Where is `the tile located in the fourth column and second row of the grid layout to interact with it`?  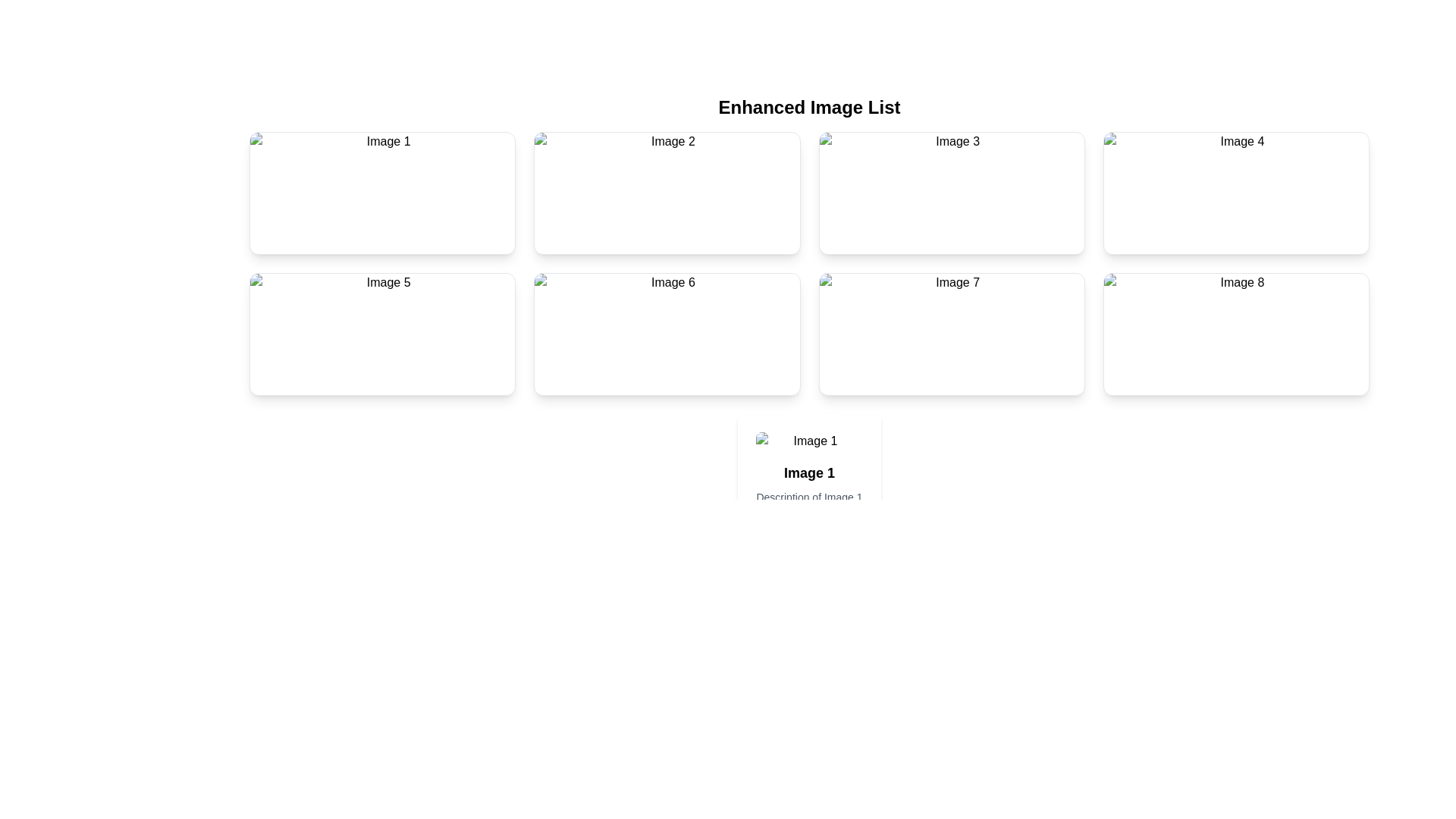
the tile located in the fourth column and second row of the grid layout to interact with it is located at coordinates (1236, 333).